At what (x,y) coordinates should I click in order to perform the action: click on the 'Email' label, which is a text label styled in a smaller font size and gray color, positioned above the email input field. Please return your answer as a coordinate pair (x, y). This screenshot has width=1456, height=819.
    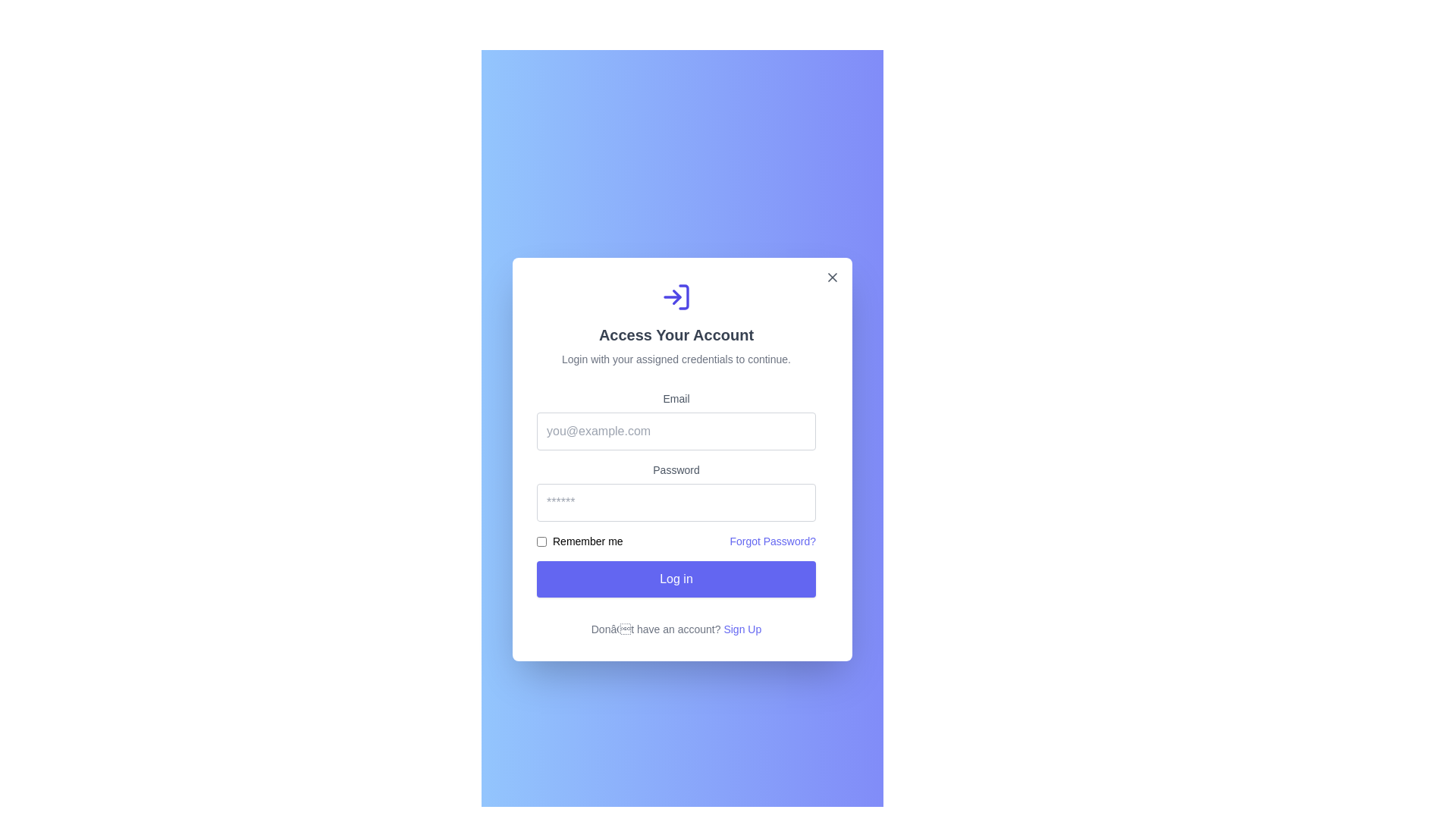
    Looking at the image, I should click on (676, 397).